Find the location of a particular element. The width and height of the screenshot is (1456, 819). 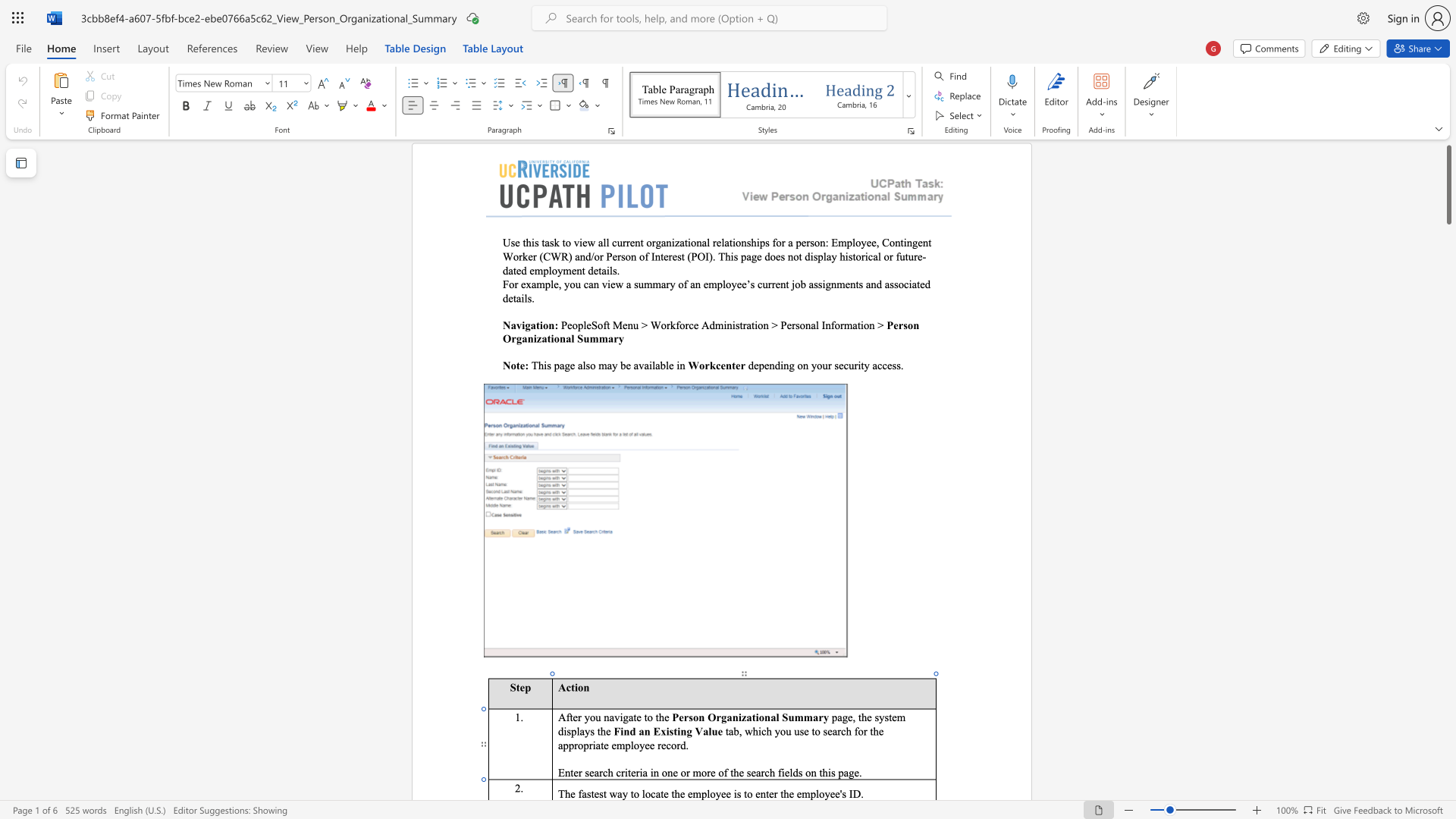

the 2th character "a" in the text is located at coordinates (620, 792).